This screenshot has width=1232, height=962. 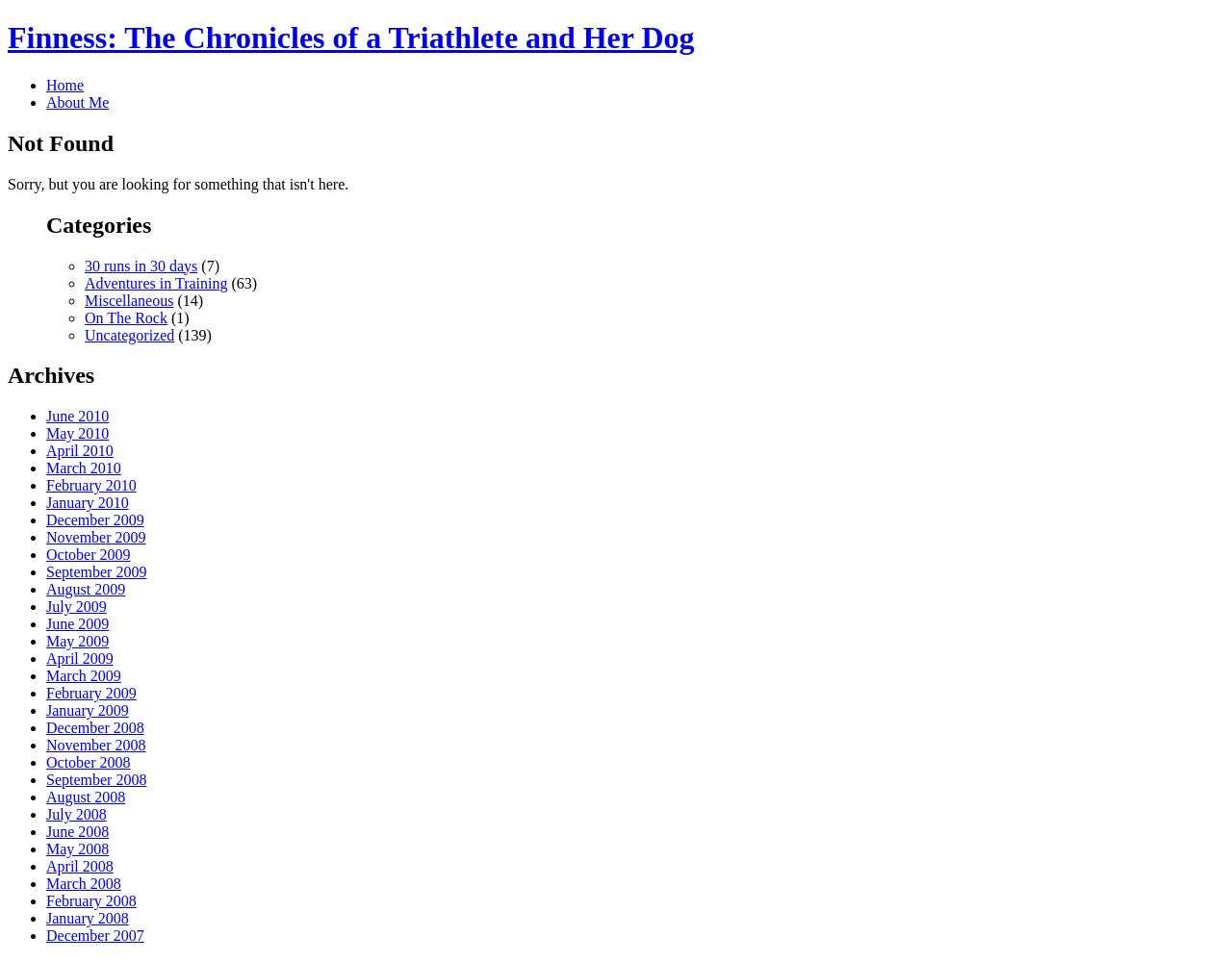 What do you see at coordinates (84, 796) in the screenshot?
I see `'August 2008'` at bounding box center [84, 796].